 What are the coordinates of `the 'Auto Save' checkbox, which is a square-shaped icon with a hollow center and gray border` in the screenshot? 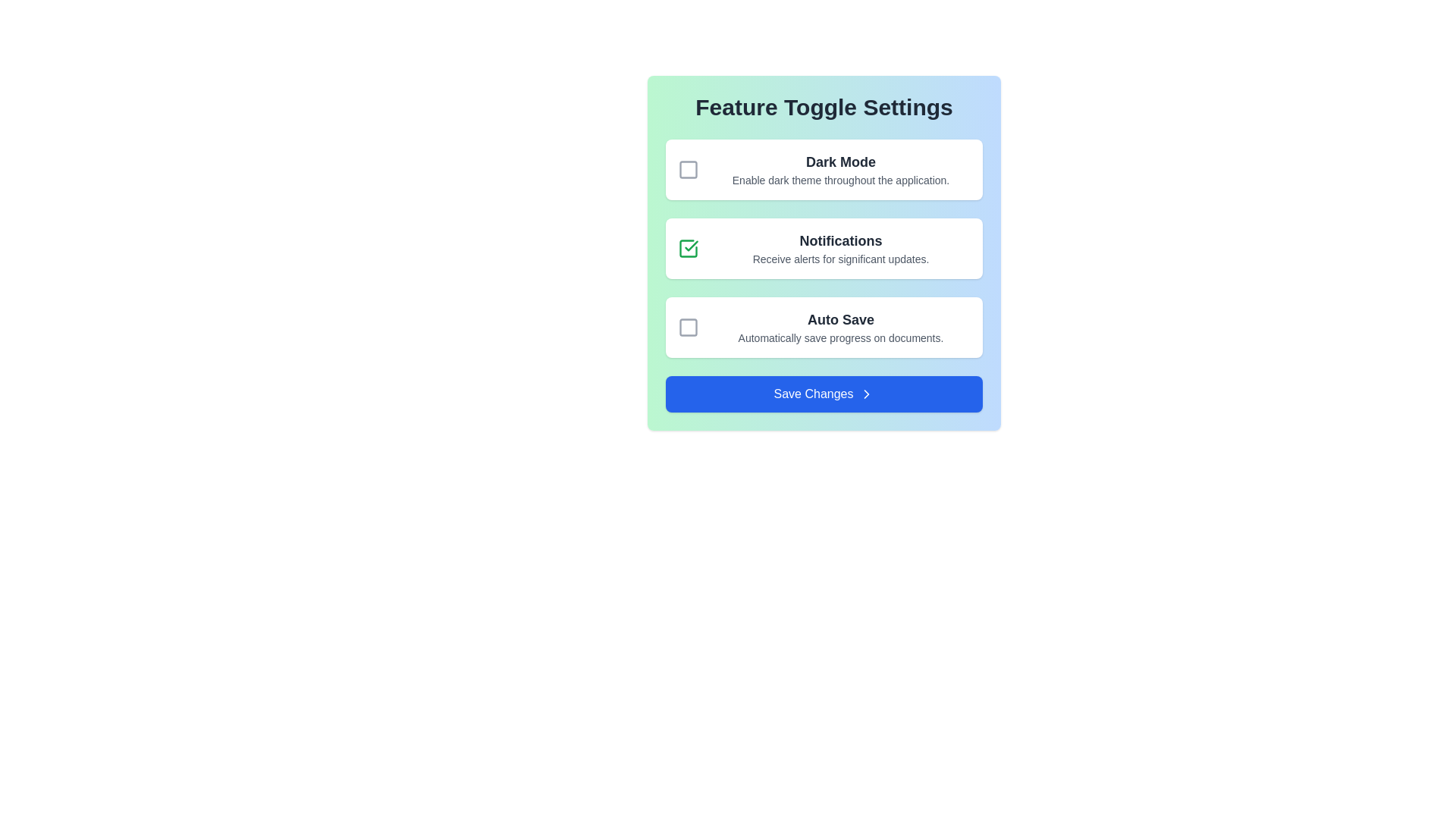 It's located at (687, 327).